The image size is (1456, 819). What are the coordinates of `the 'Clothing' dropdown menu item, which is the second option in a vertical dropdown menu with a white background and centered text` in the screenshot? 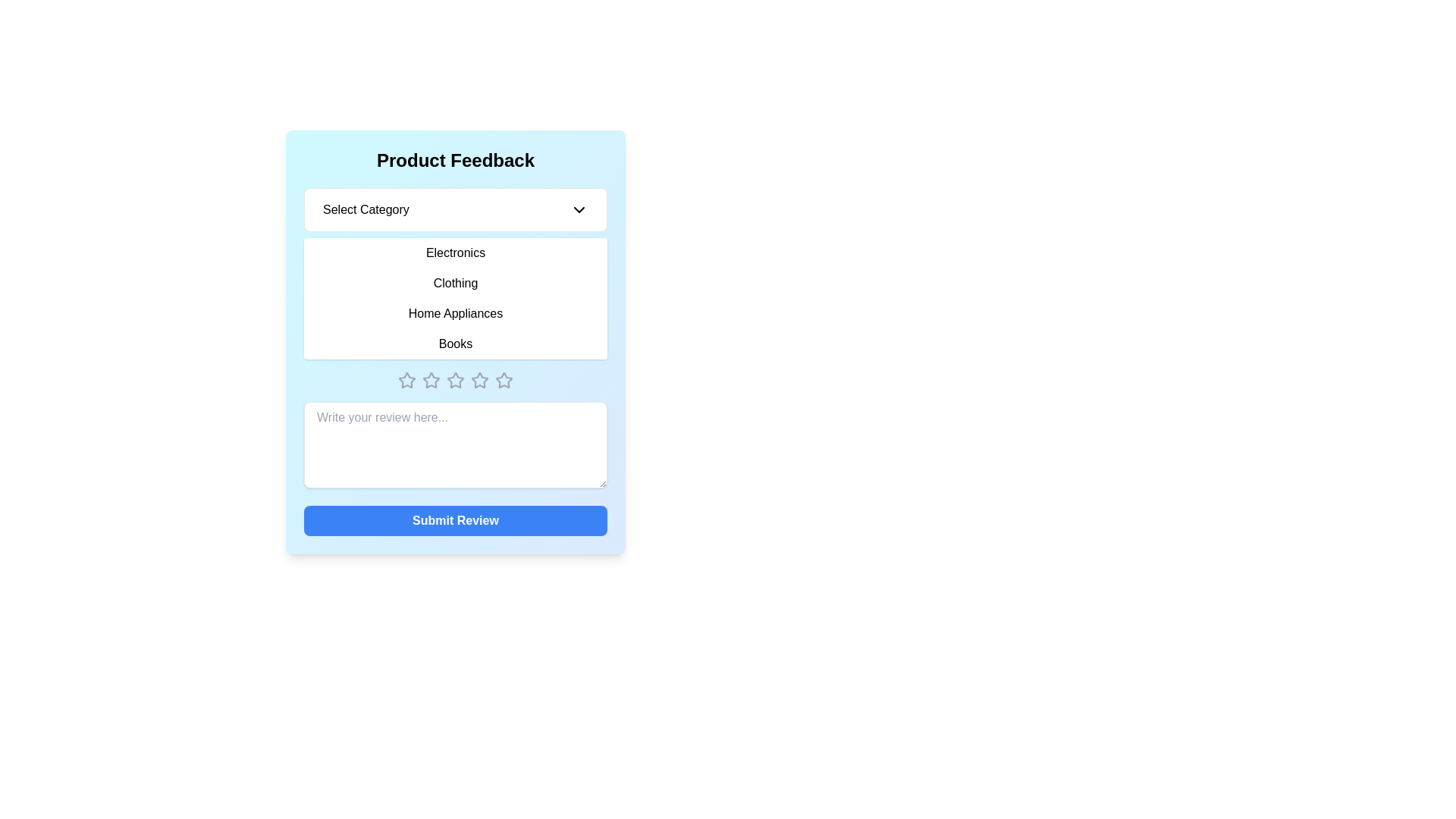 It's located at (454, 284).